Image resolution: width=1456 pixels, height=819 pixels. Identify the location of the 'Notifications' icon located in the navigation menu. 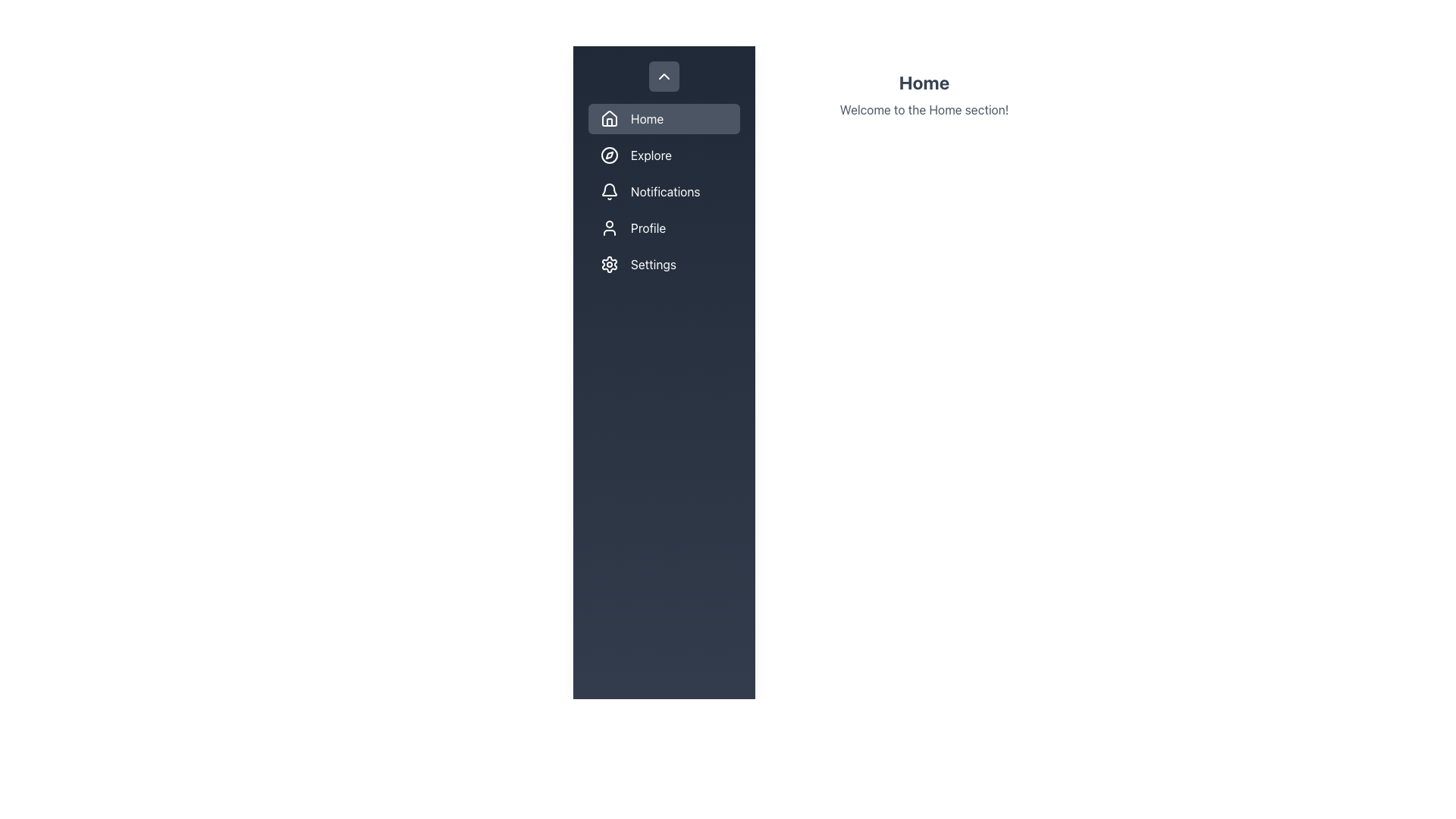
(610, 191).